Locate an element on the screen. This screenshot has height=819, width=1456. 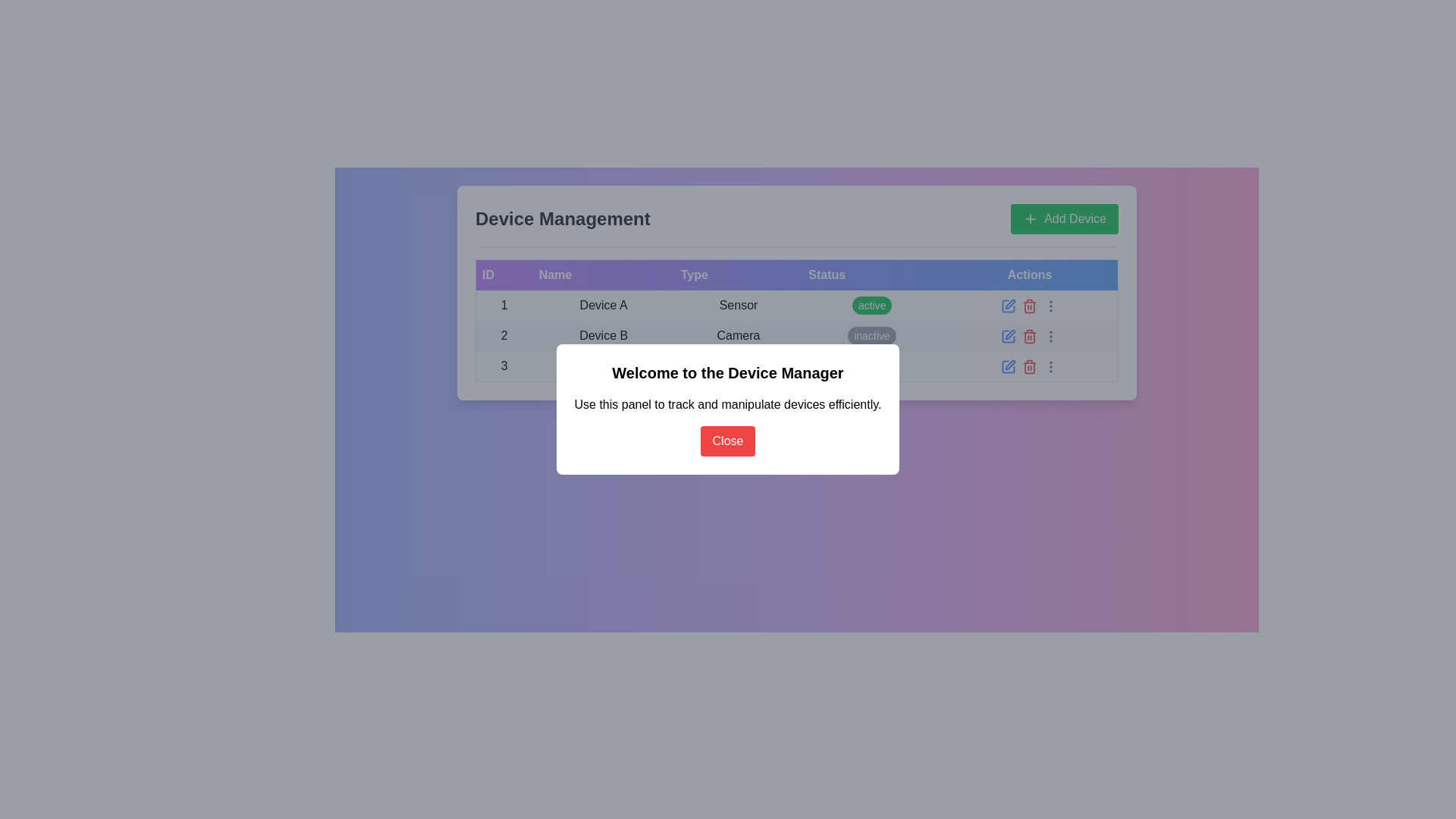
the Status indicator badge for 'Device B' in the 'Device Management' table, located in the second row, fourth column, which indicates its current state as 'inactive.' is located at coordinates (872, 335).